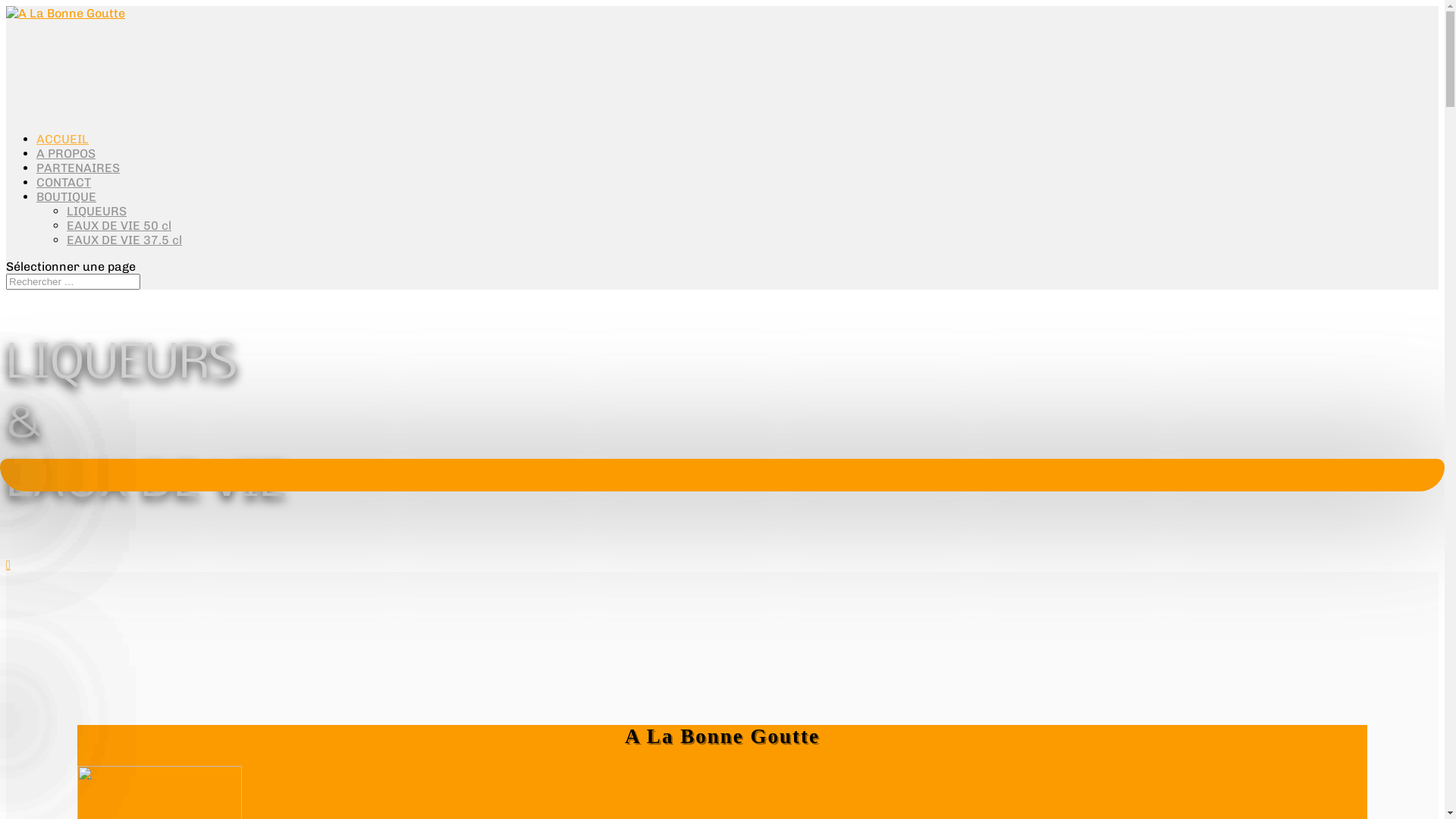 The image size is (1456, 819). I want to click on 'Rechercher:', so click(72, 281).